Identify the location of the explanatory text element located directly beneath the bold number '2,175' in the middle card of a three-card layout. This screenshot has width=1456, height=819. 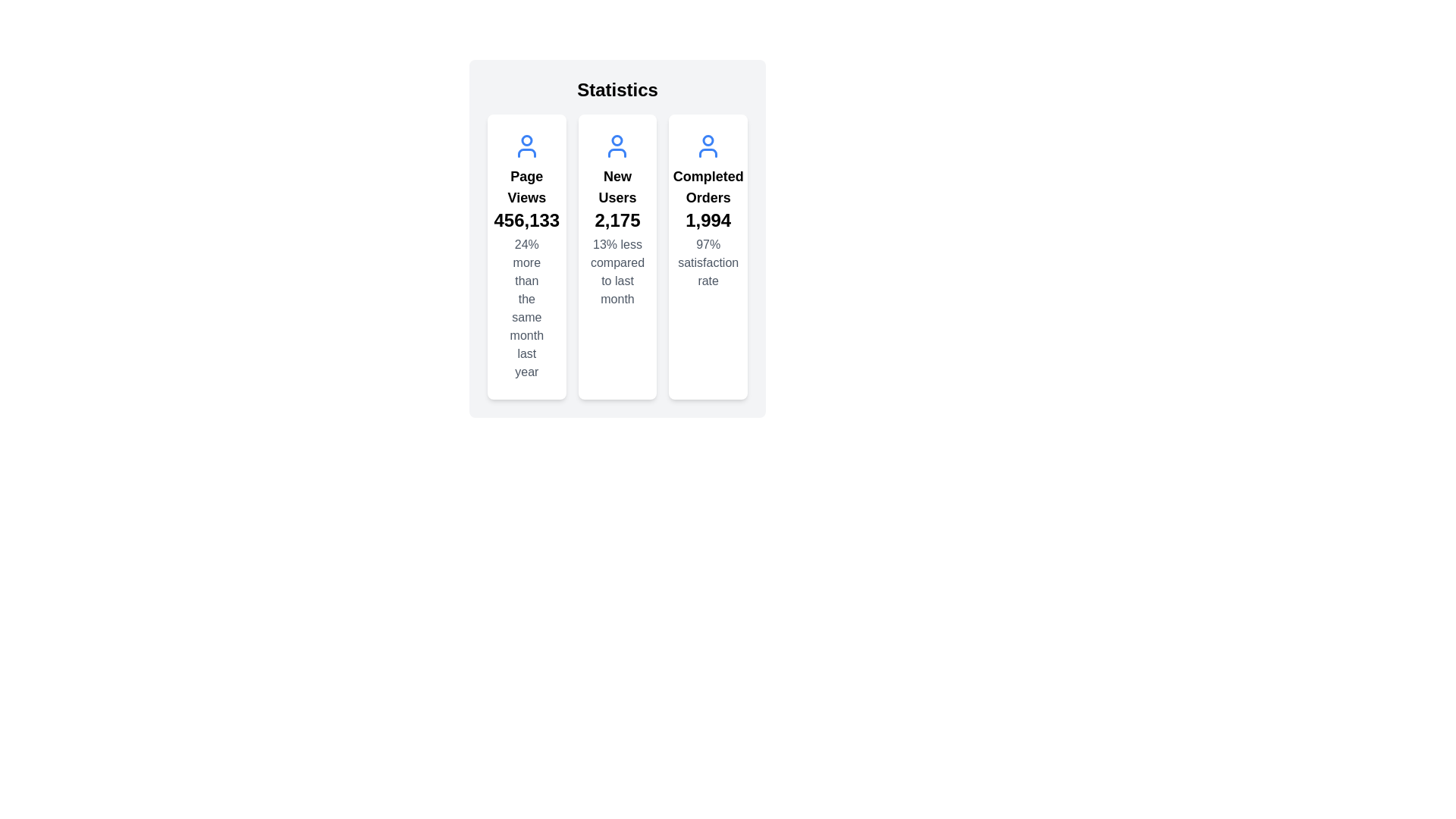
(617, 271).